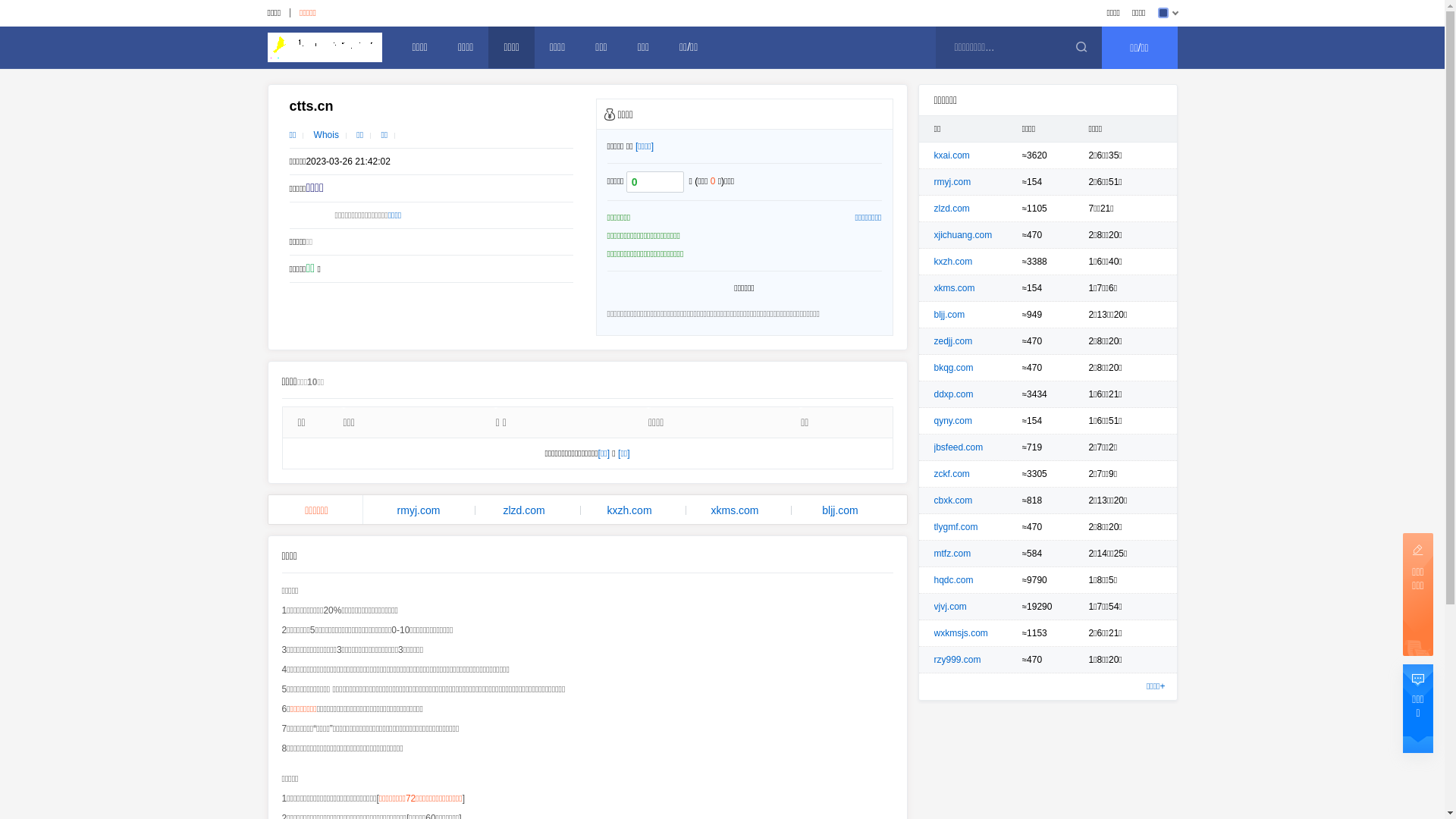 The width and height of the screenshot is (1456, 819). What do you see at coordinates (956, 659) in the screenshot?
I see `'rzy999.com'` at bounding box center [956, 659].